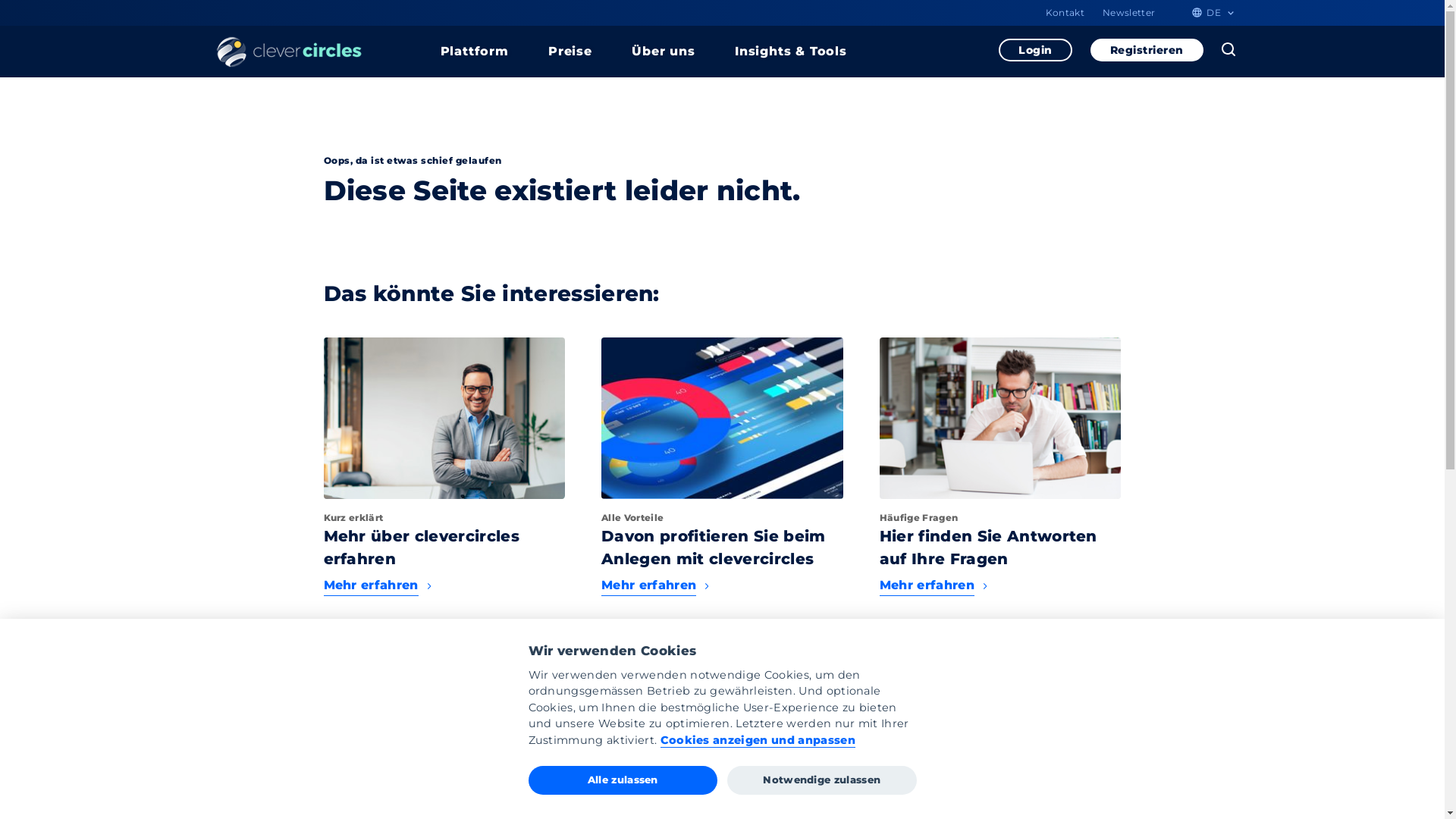 The width and height of the screenshot is (1456, 819). Describe the element at coordinates (821, 780) in the screenshot. I see `'Notwendige zulassen'` at that location.